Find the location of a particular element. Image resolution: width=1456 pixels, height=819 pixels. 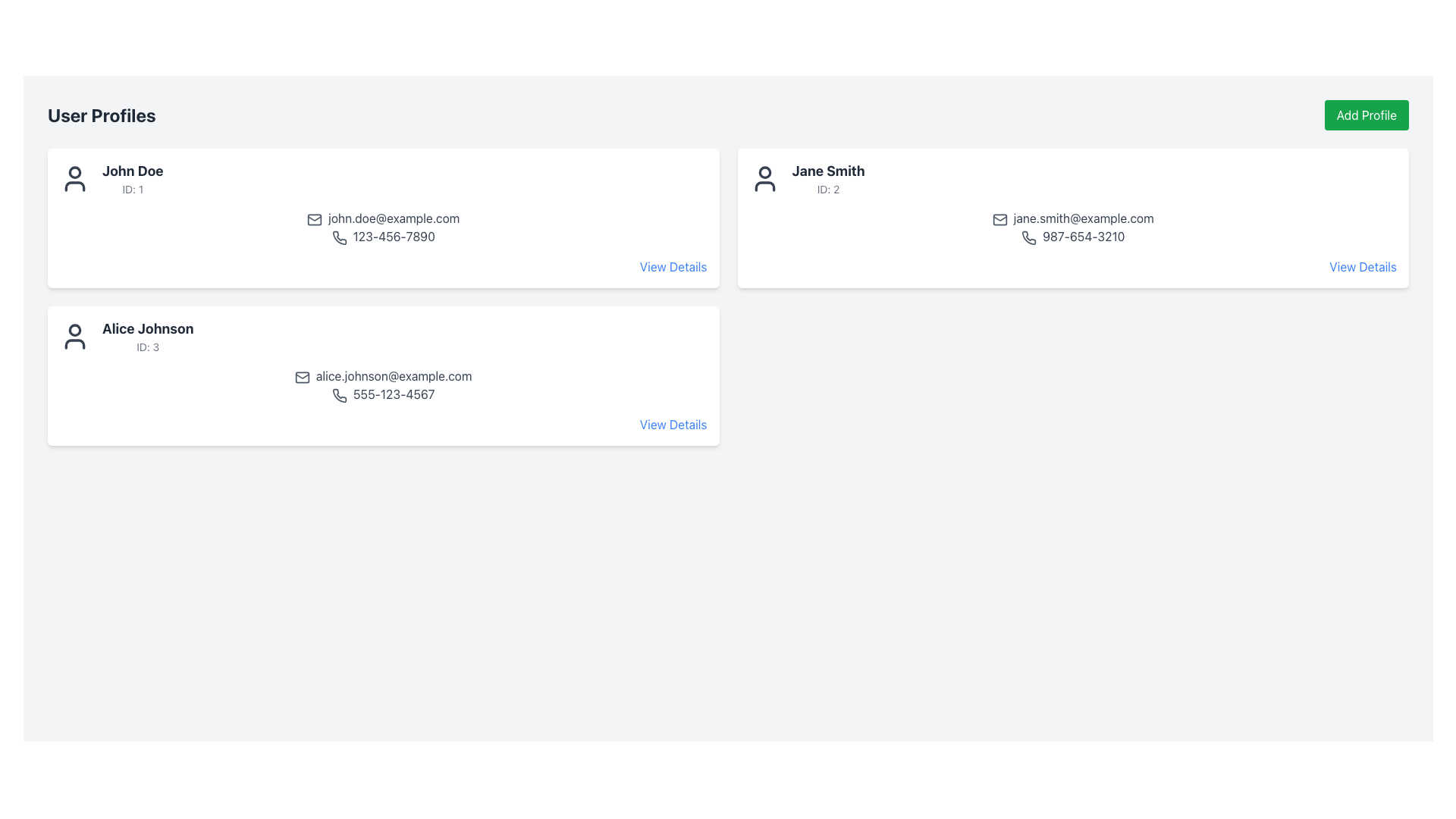

the contact icon for 'Jane Smith' which visually represents the phone number '987-654-3210' located in the user card is located at coordinates (1029, 237).